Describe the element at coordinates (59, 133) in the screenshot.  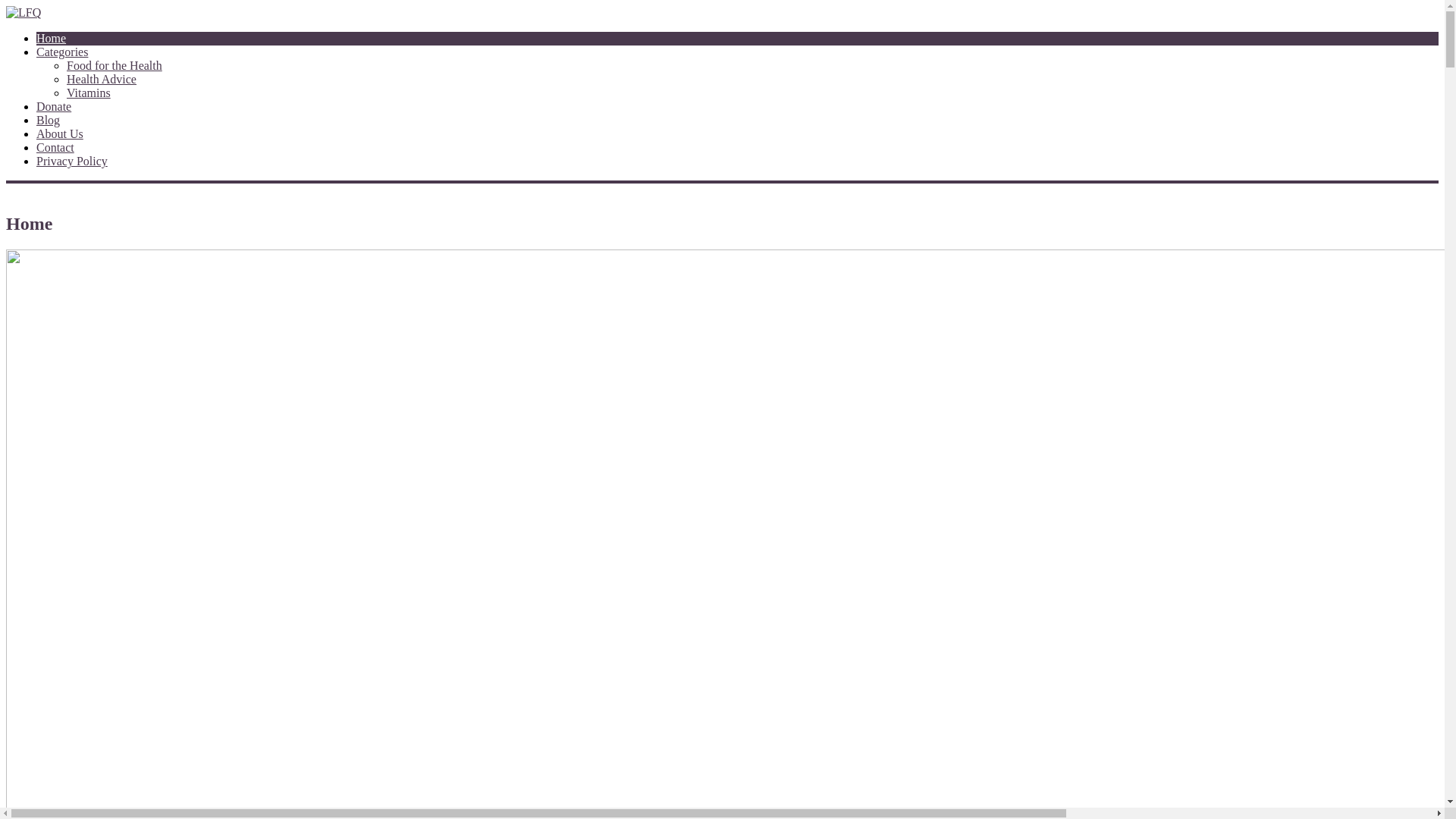
I see `'About Us'` at that location.